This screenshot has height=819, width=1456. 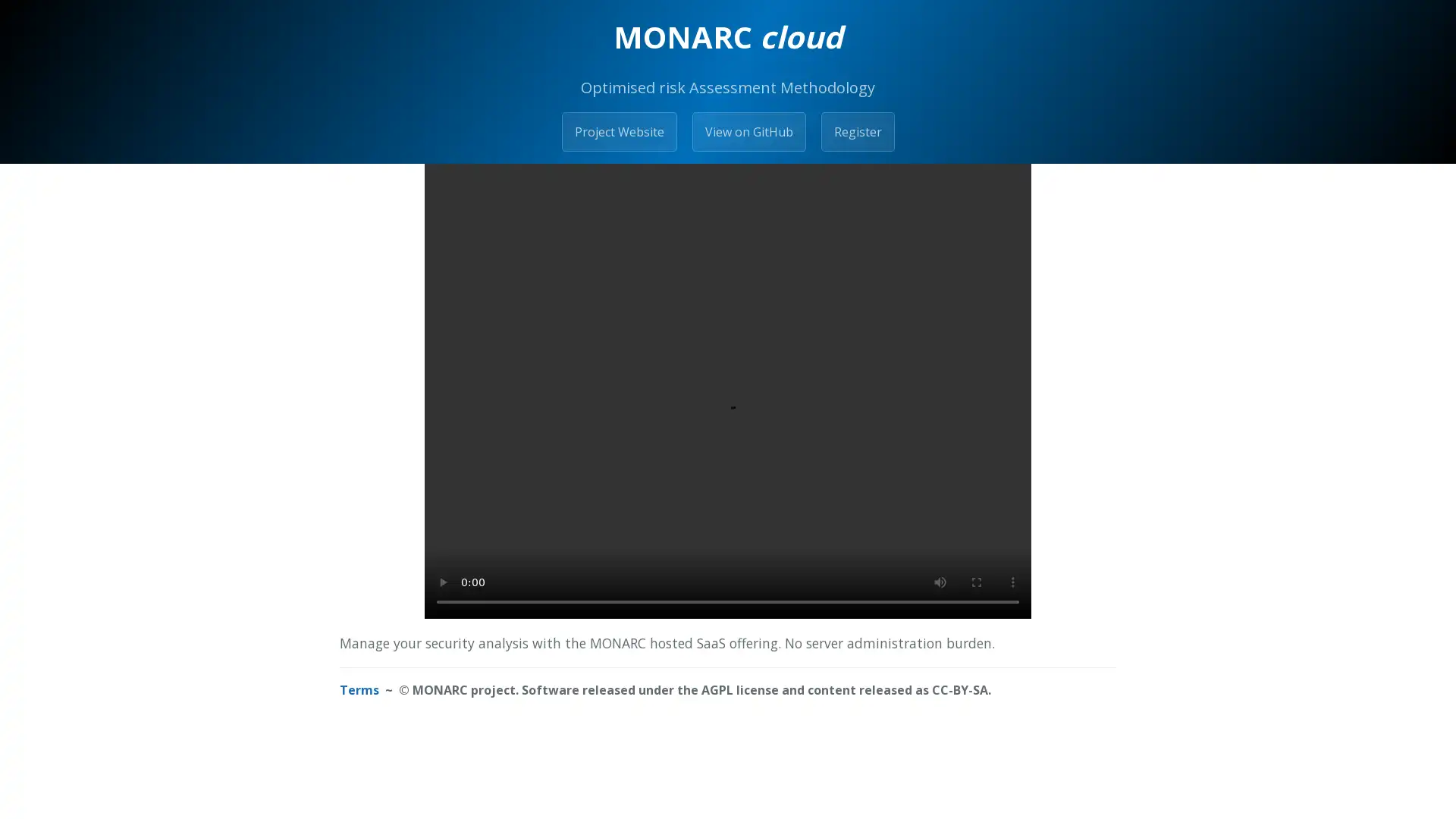 What do you see at coordinates (939, 581) in the screenshot?
I see `mute` at bounding box center [939, 581].